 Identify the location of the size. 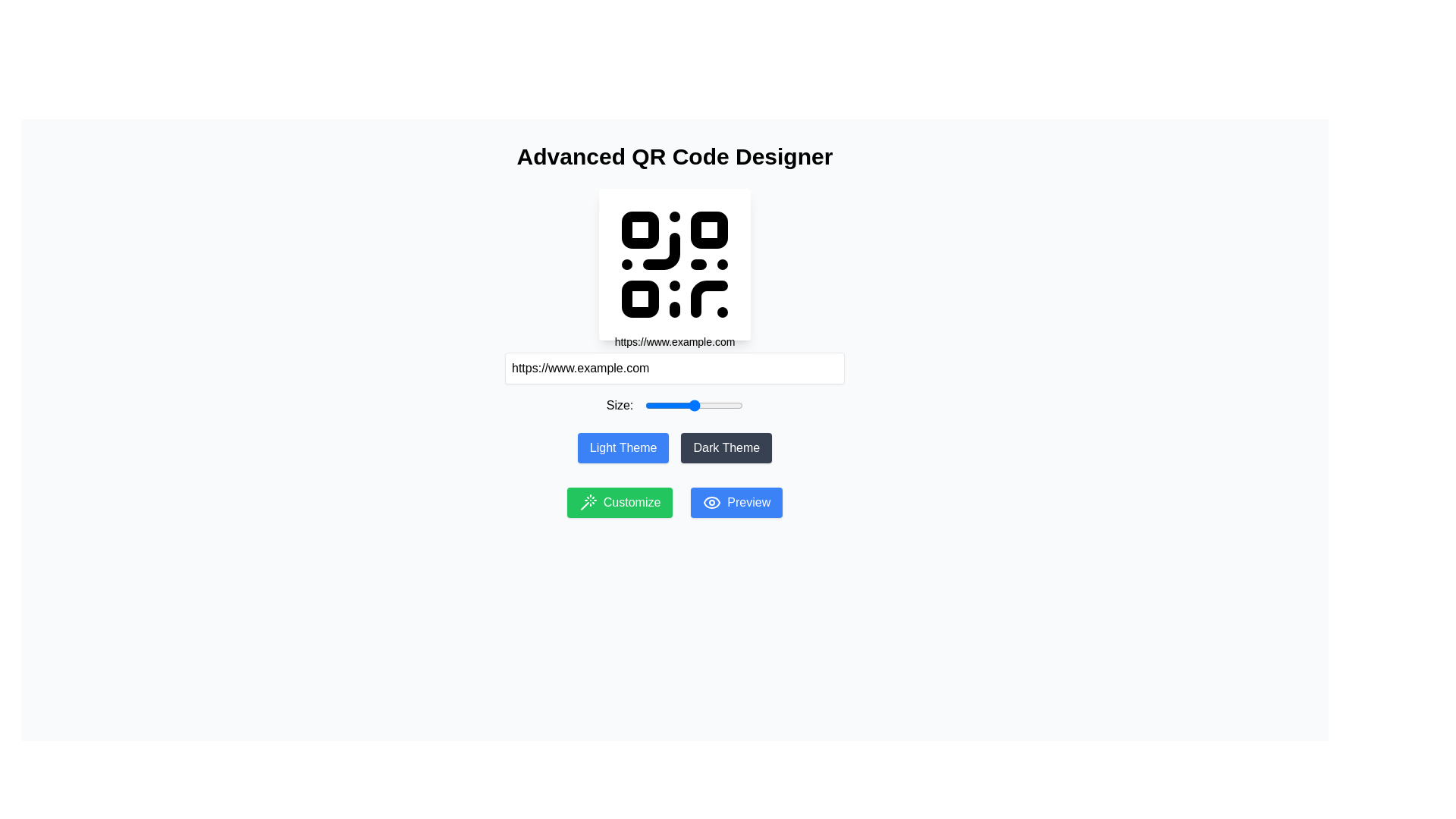
(654, 405).